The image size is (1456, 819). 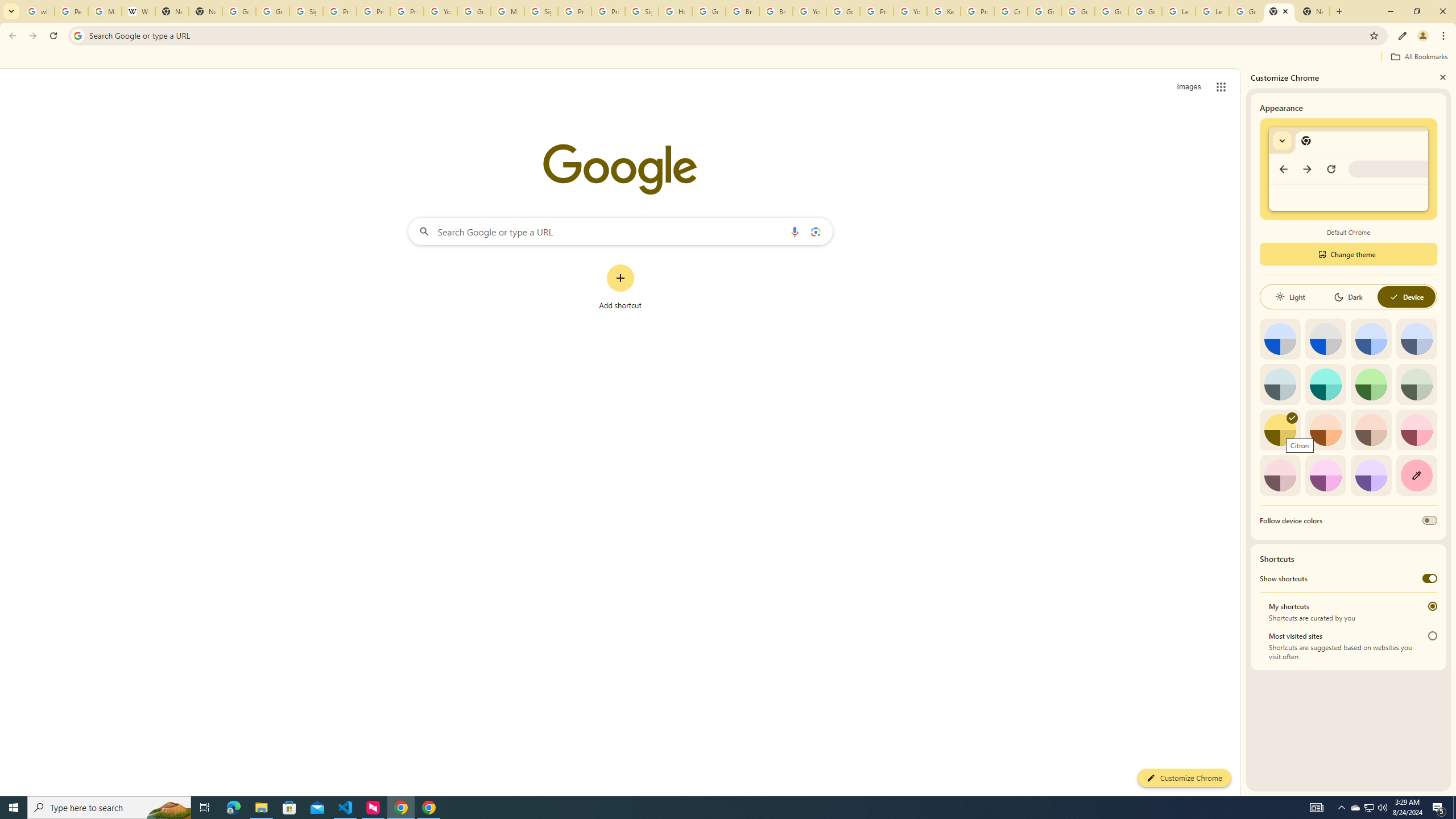 I want to click on 'Citron', so click(x=1280, y=429).